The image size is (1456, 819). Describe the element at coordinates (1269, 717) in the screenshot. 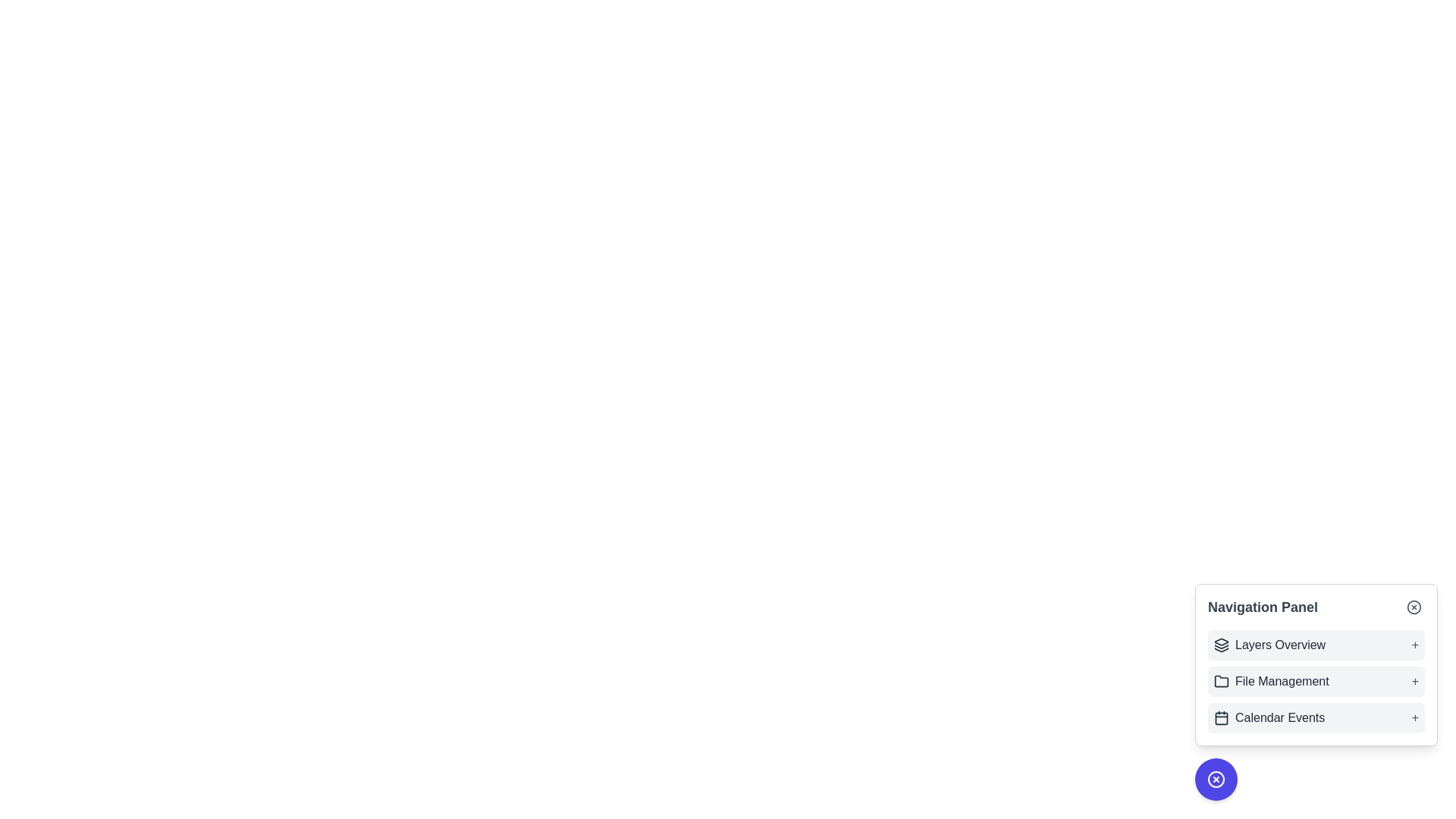

I see `text of the navigation link labeled 'Calendar Events' that is accompanied by a calendar icon, located in the third row of the navigation panel` at that location.